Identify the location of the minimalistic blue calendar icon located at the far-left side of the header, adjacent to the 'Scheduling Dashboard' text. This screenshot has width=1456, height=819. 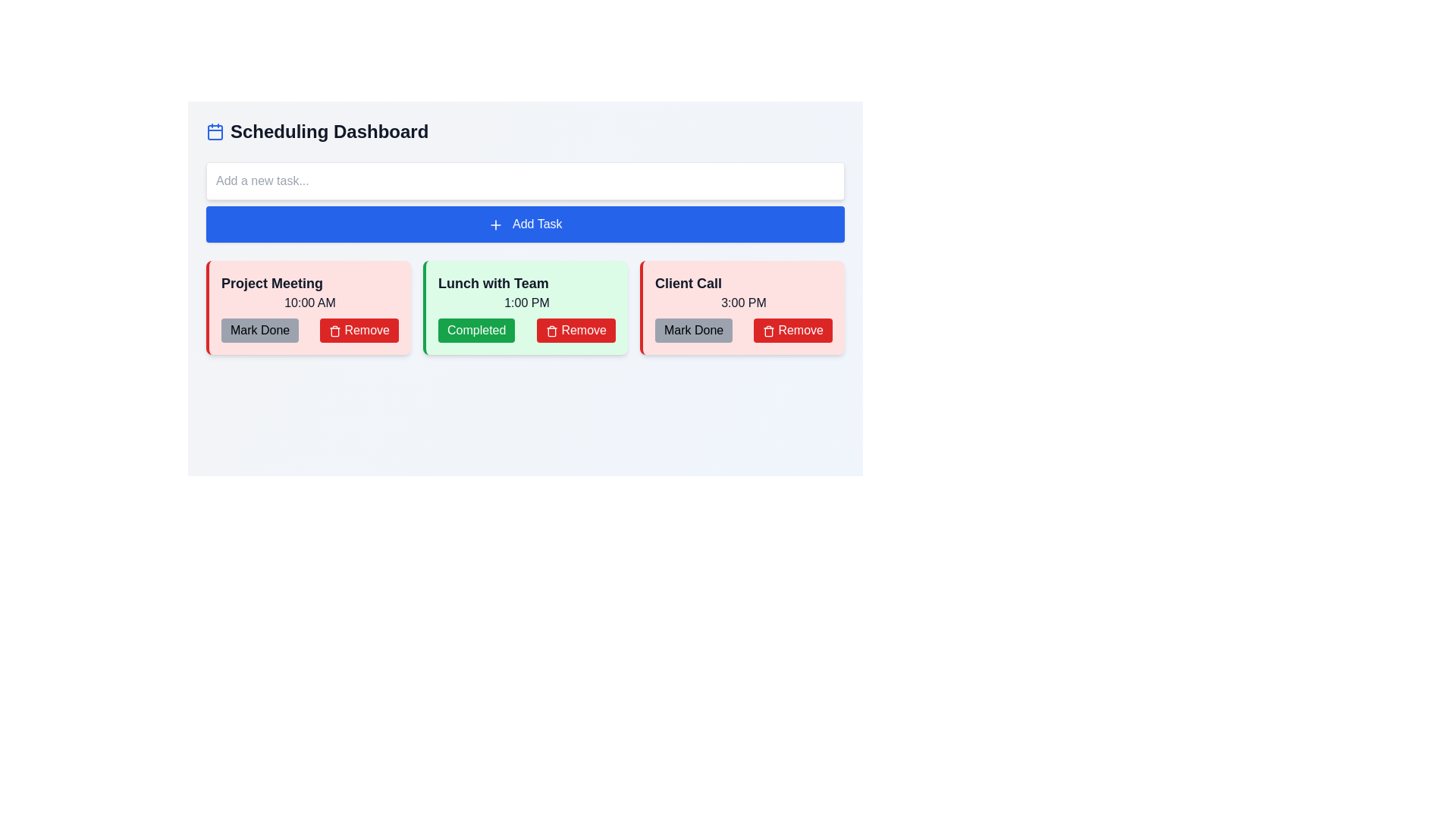
(214, 130).